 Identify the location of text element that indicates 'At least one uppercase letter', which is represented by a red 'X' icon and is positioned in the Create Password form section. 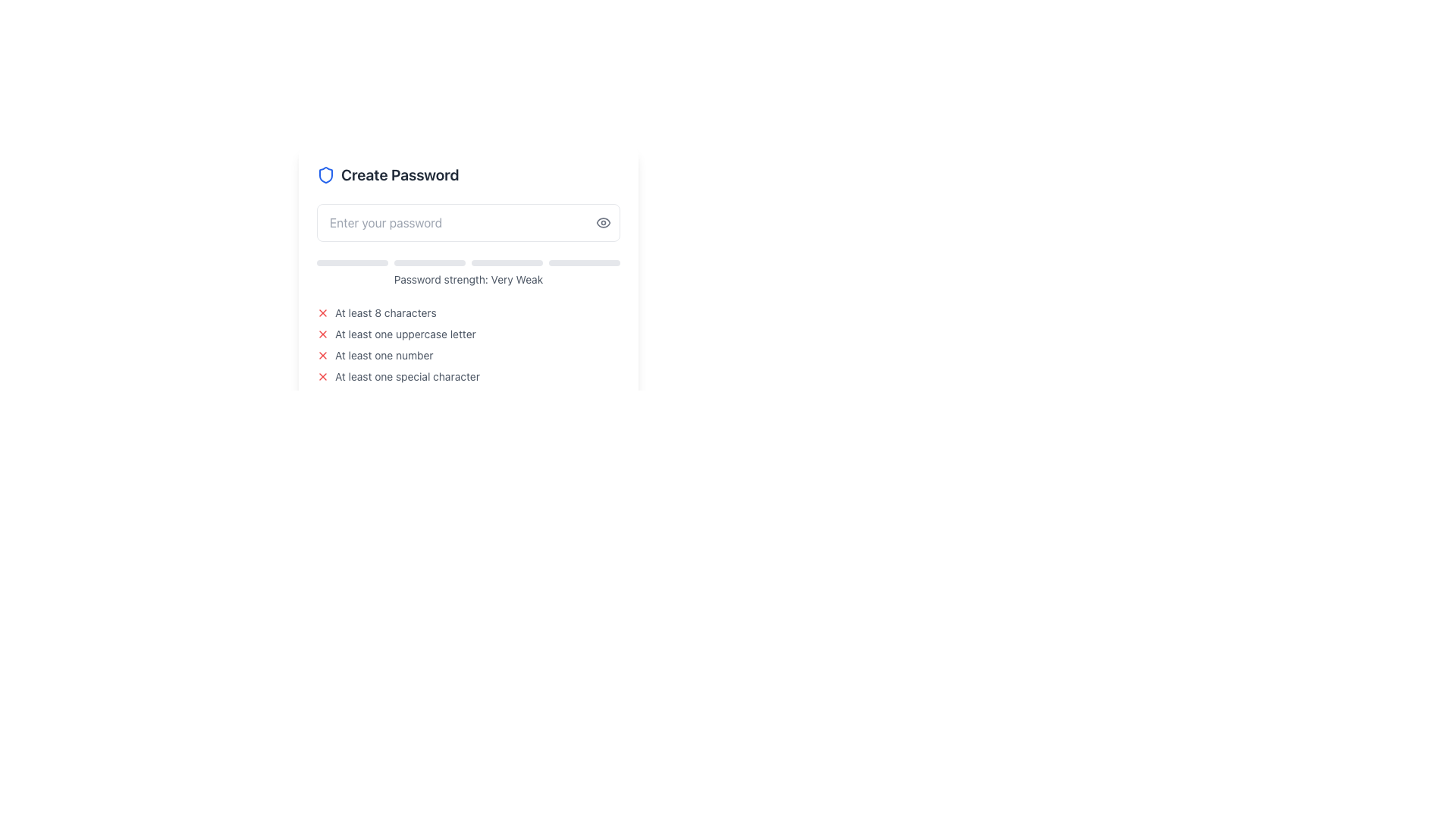
(468, 333).